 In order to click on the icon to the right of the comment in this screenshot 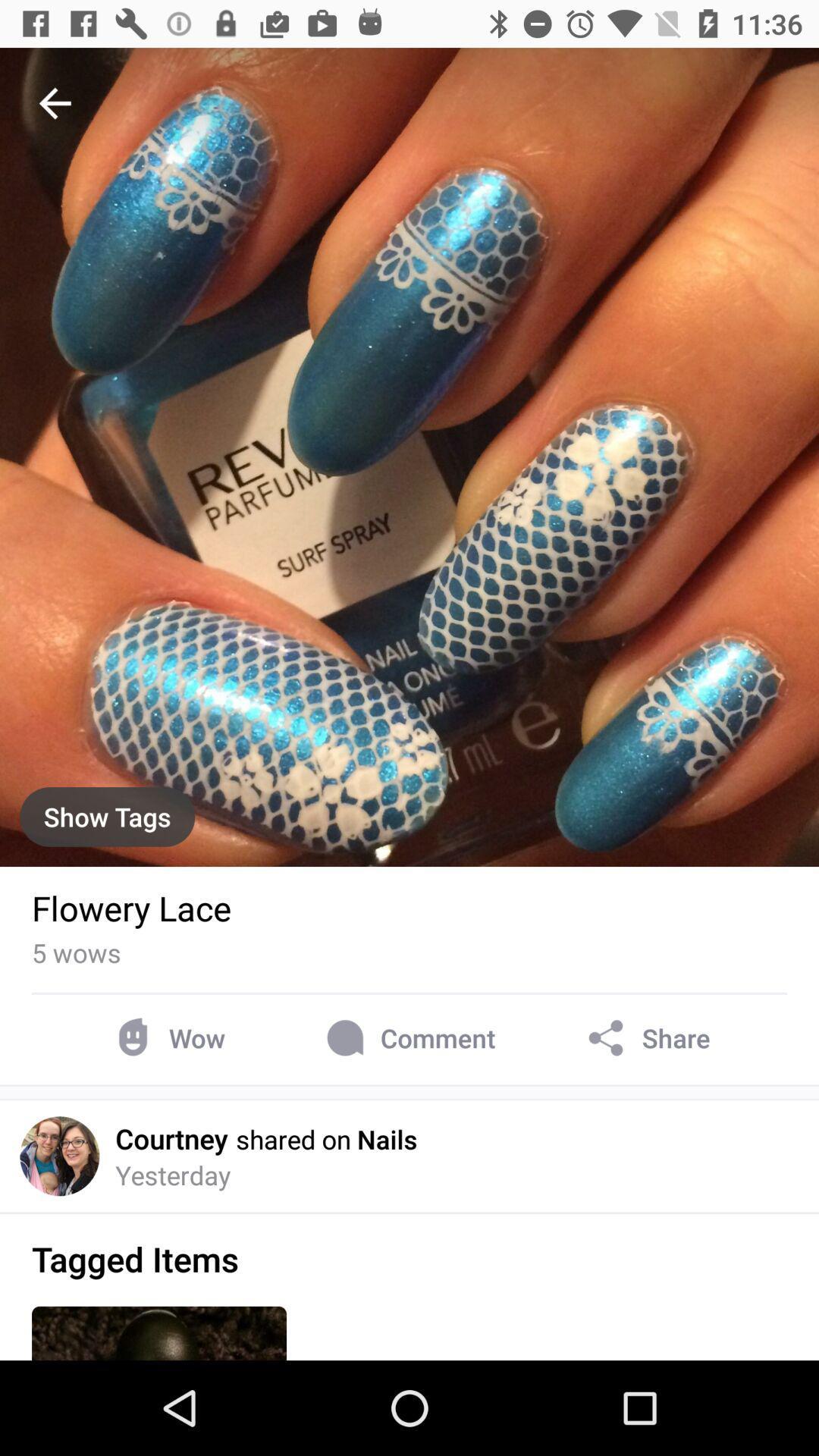, I will do `click(646, 1037)`.